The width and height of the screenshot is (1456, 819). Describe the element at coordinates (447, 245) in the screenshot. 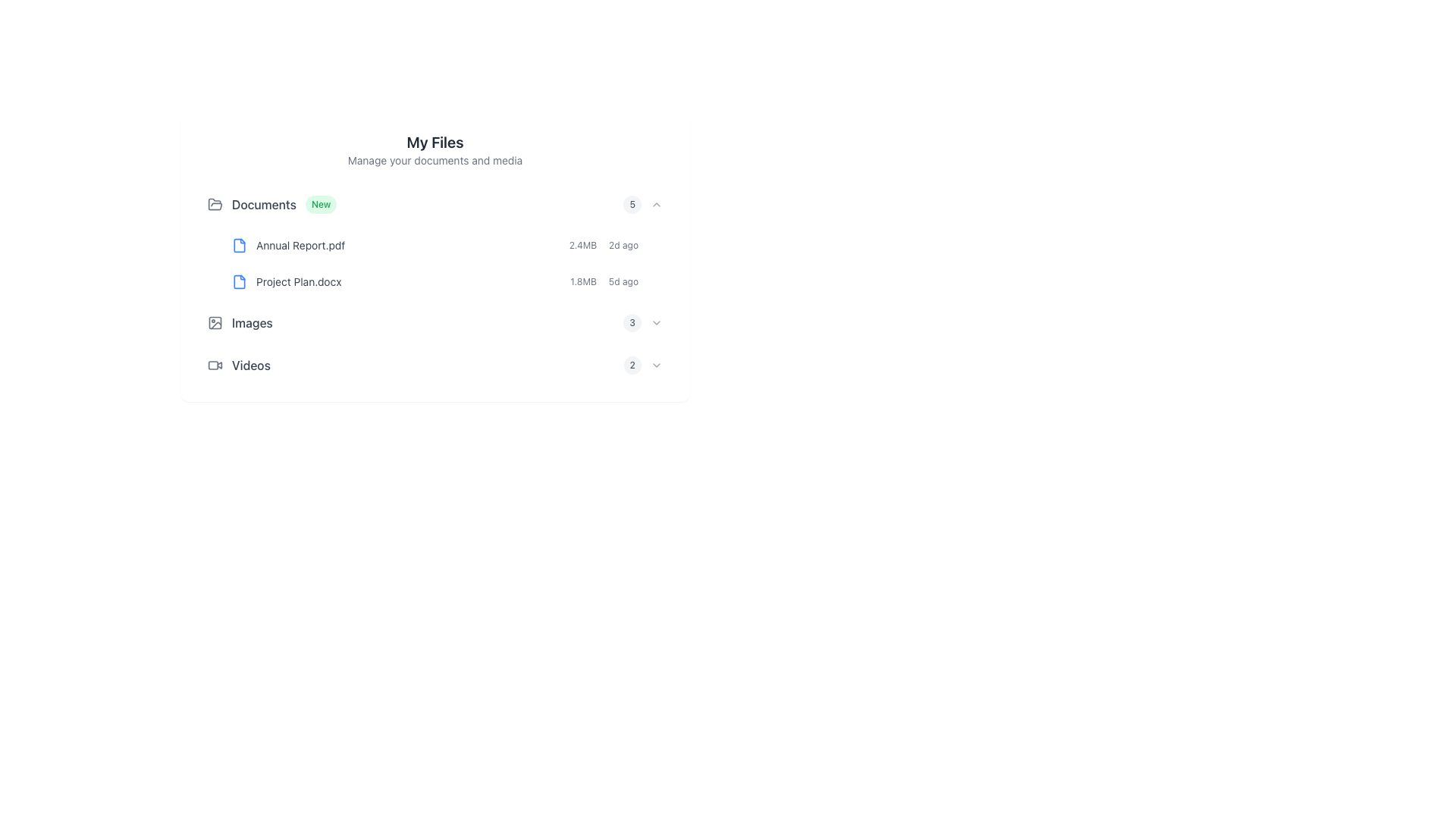

I see `the file entry titled 'Annual Report.pdf' in the document list` at that location.